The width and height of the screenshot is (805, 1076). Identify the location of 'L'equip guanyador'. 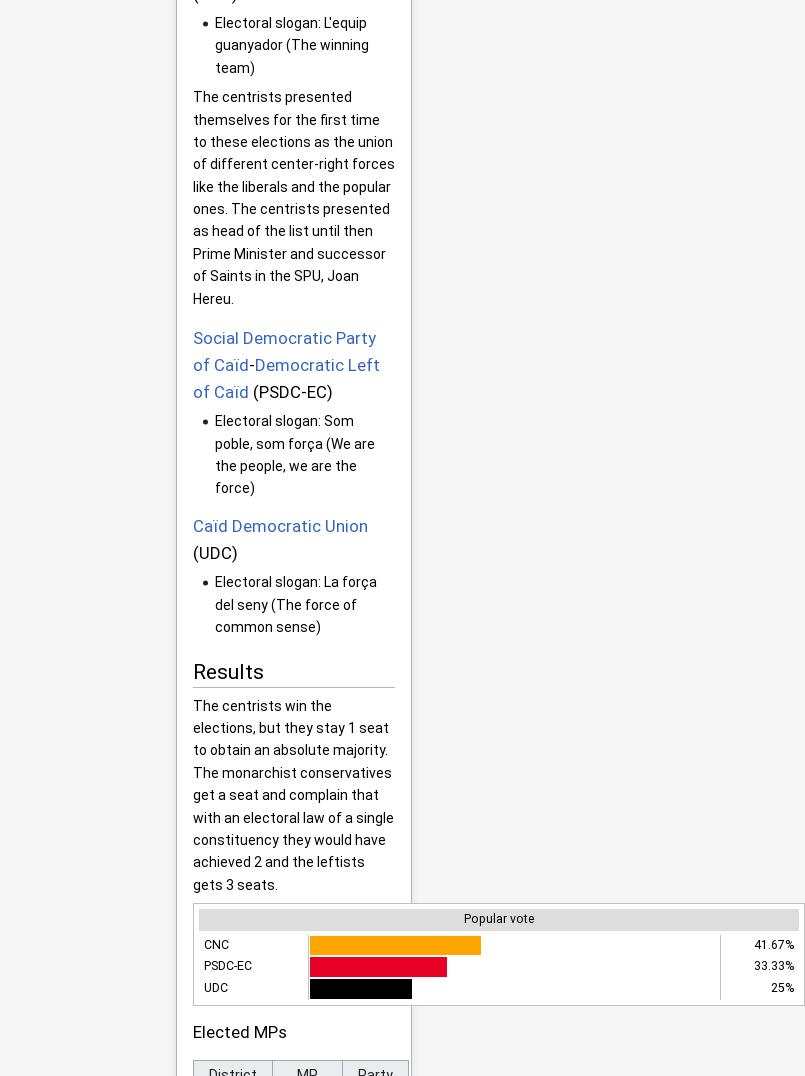
(290, 32).